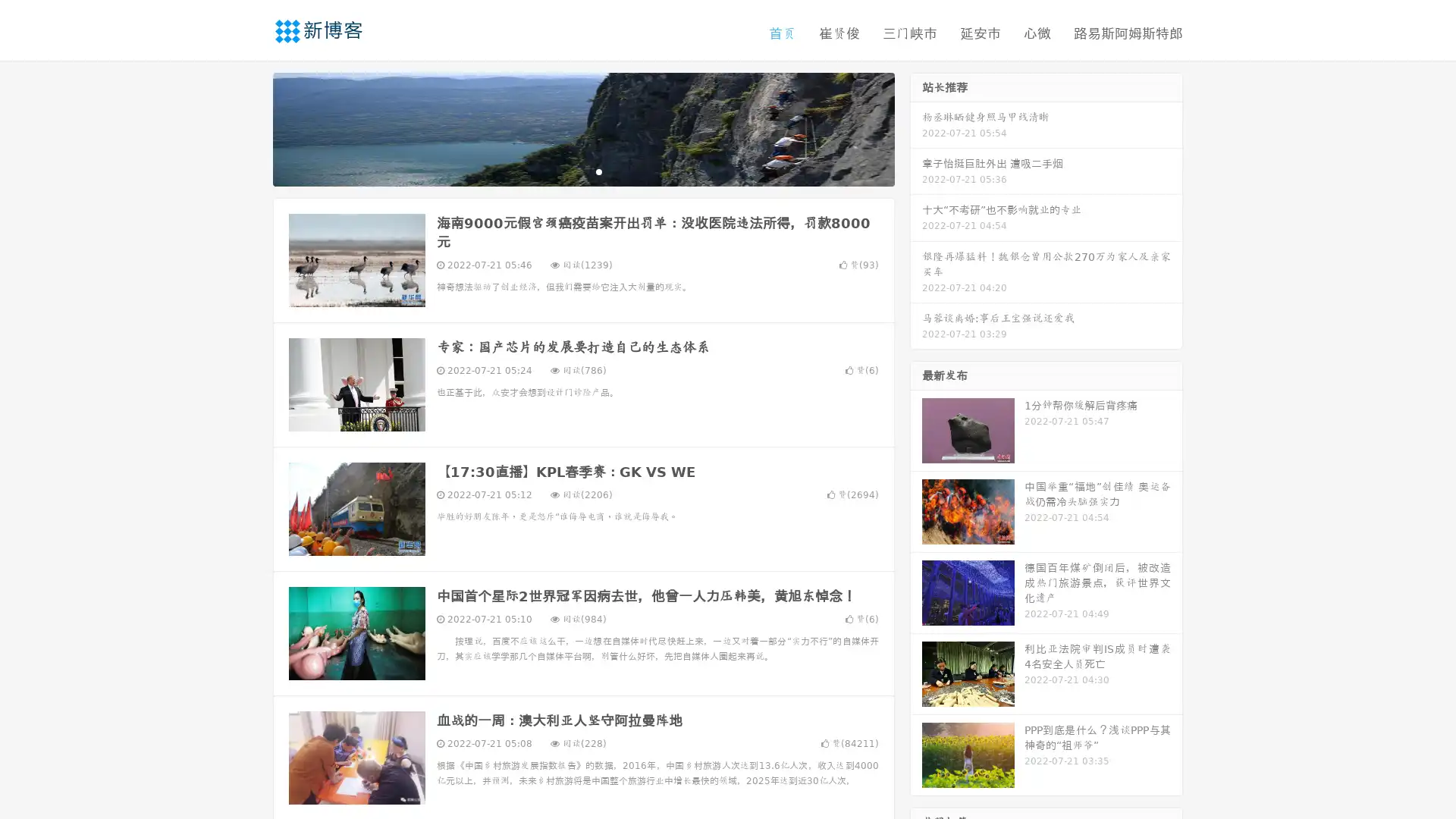 The image size is (1456, 819). I want to click on Go to slide 2, so click(582, 171).